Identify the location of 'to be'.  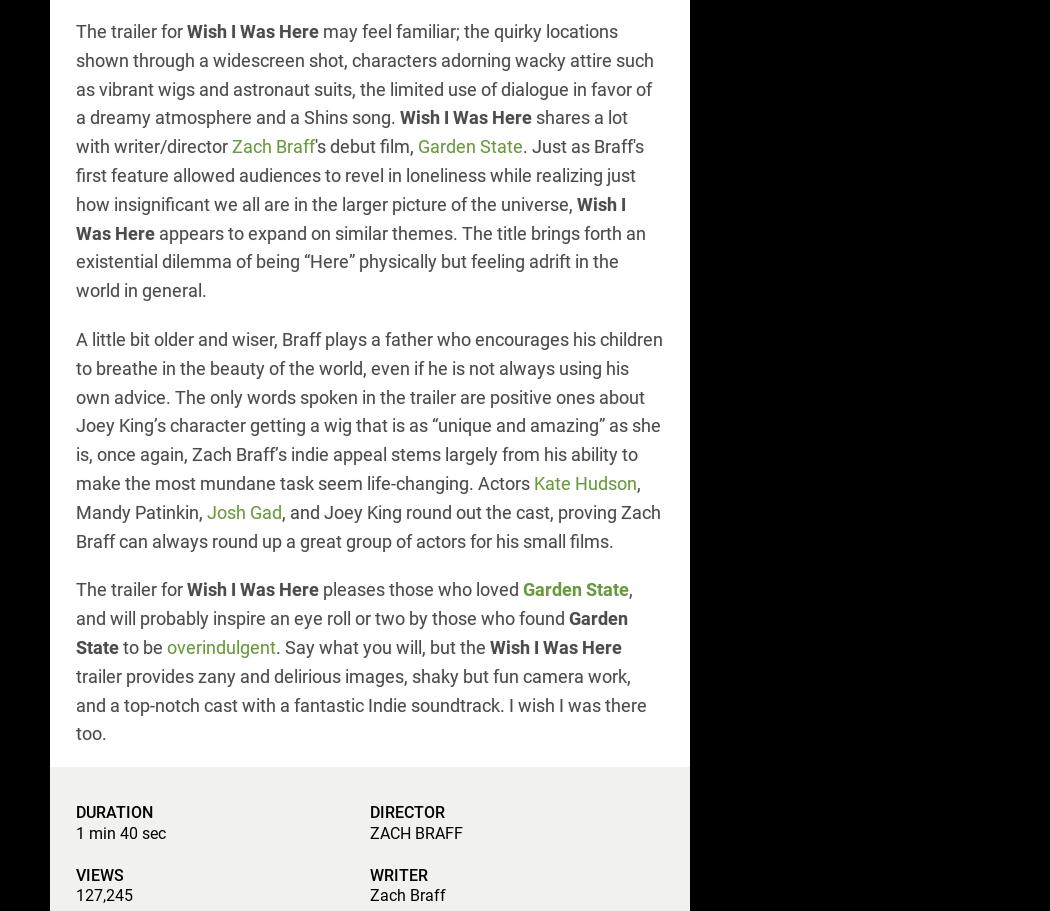
(117, 646).